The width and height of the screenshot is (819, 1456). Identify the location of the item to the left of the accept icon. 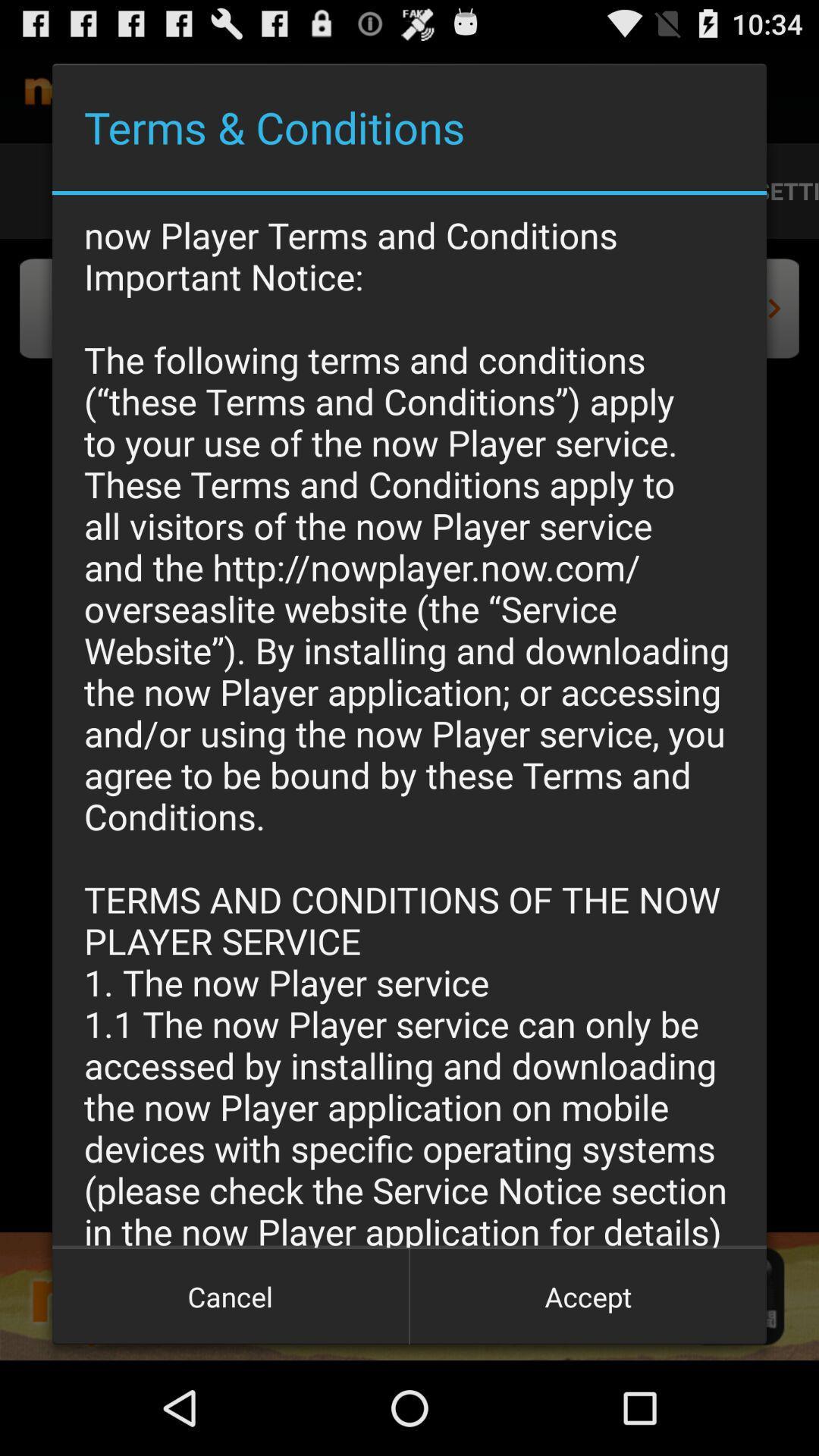
(231, 1295).